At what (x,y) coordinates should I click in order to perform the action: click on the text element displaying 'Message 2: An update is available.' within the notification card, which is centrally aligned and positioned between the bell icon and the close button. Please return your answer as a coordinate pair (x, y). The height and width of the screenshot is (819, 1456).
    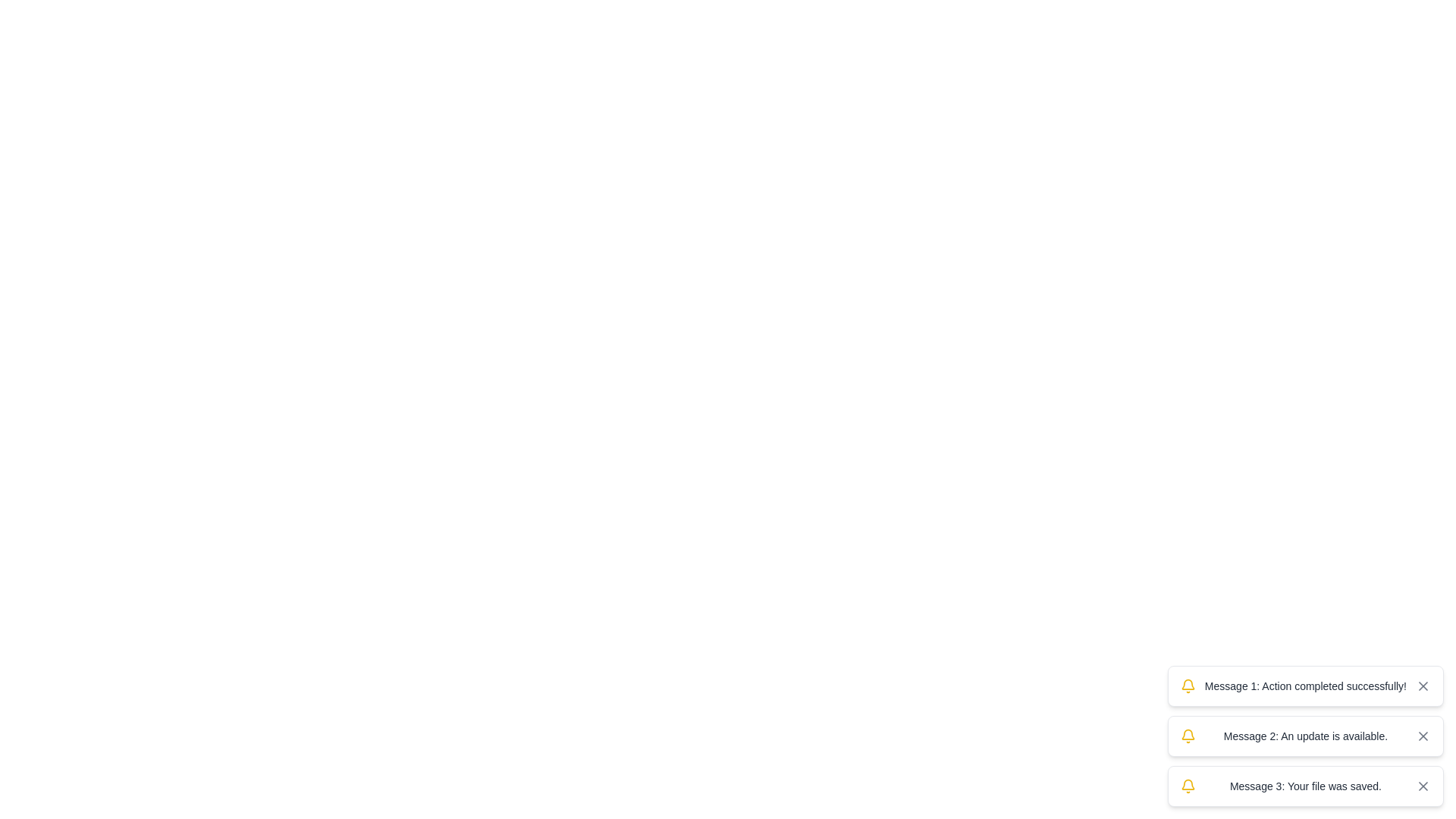
    Looking at the image, I should click on (1304, 736).